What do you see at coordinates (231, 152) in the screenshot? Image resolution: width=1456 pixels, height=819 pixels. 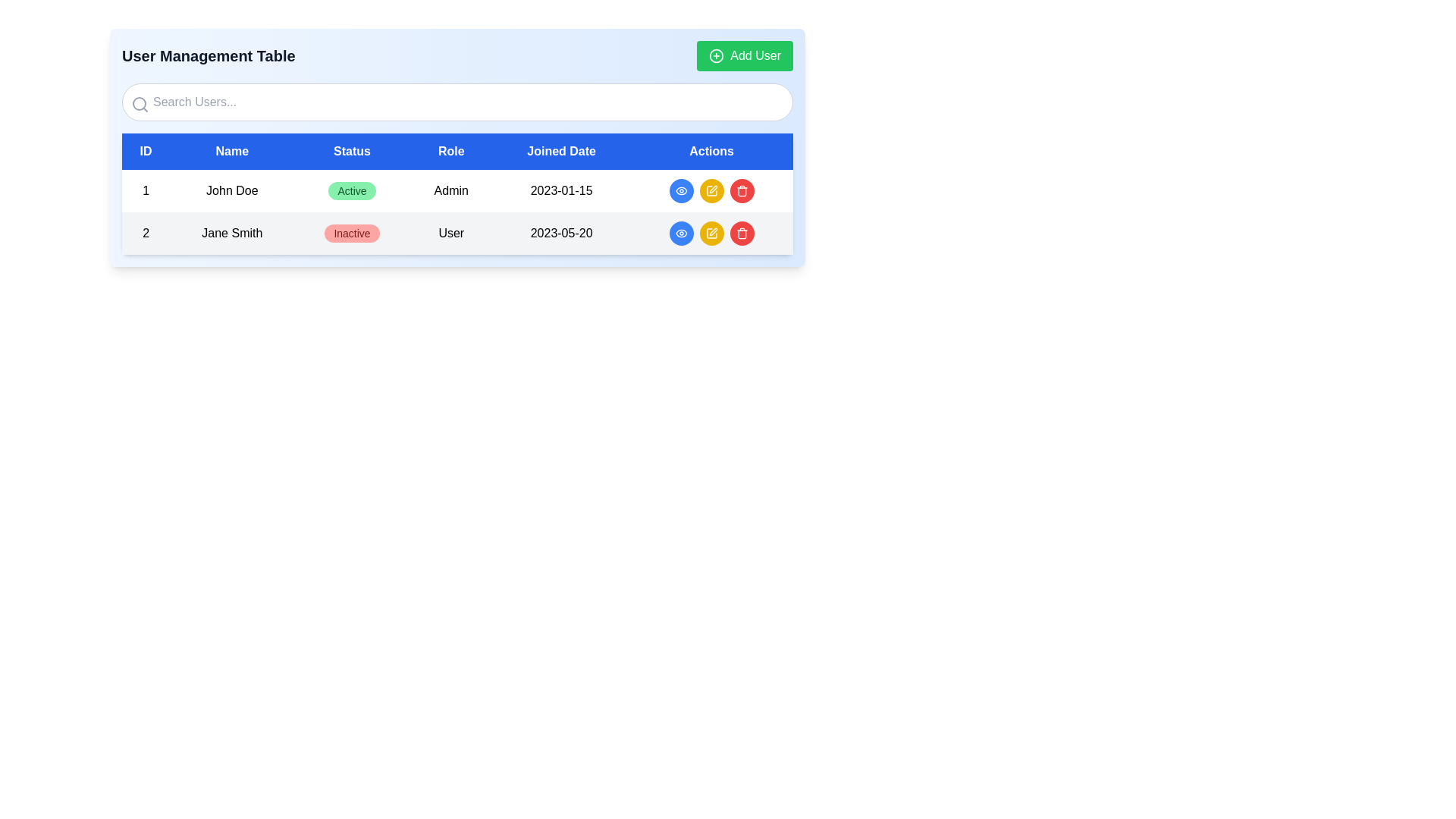 I see `the text label displaying 'Name' in white on a blue background, which is the second column header in a row of labels in a data table` at bounding box center [231, 152].